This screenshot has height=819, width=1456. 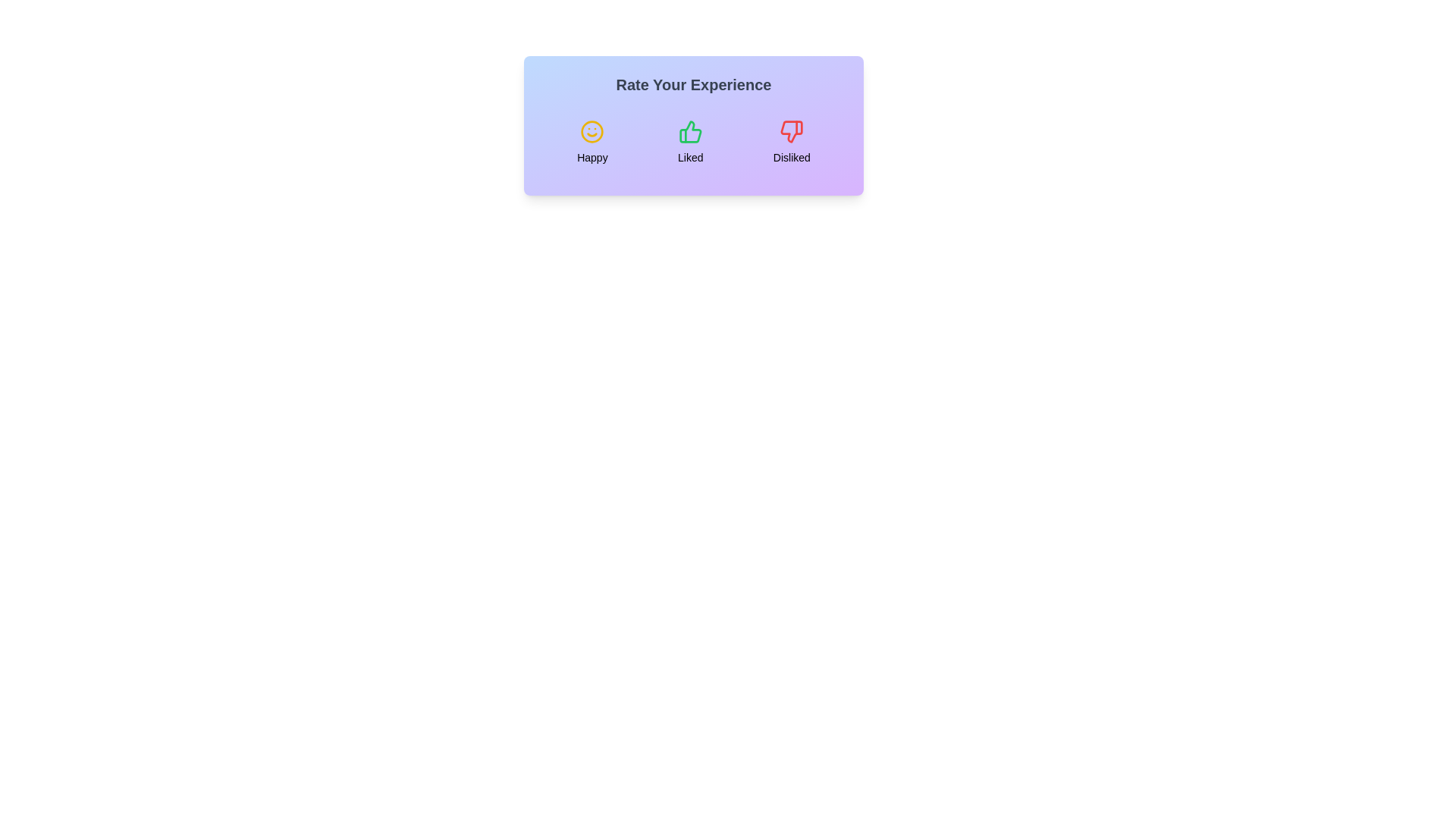 I want to click on the leftmost 'Happy' feedback icon under the 'Rate Your Experience' heading to provide feedback, so click(x=591, y=130).